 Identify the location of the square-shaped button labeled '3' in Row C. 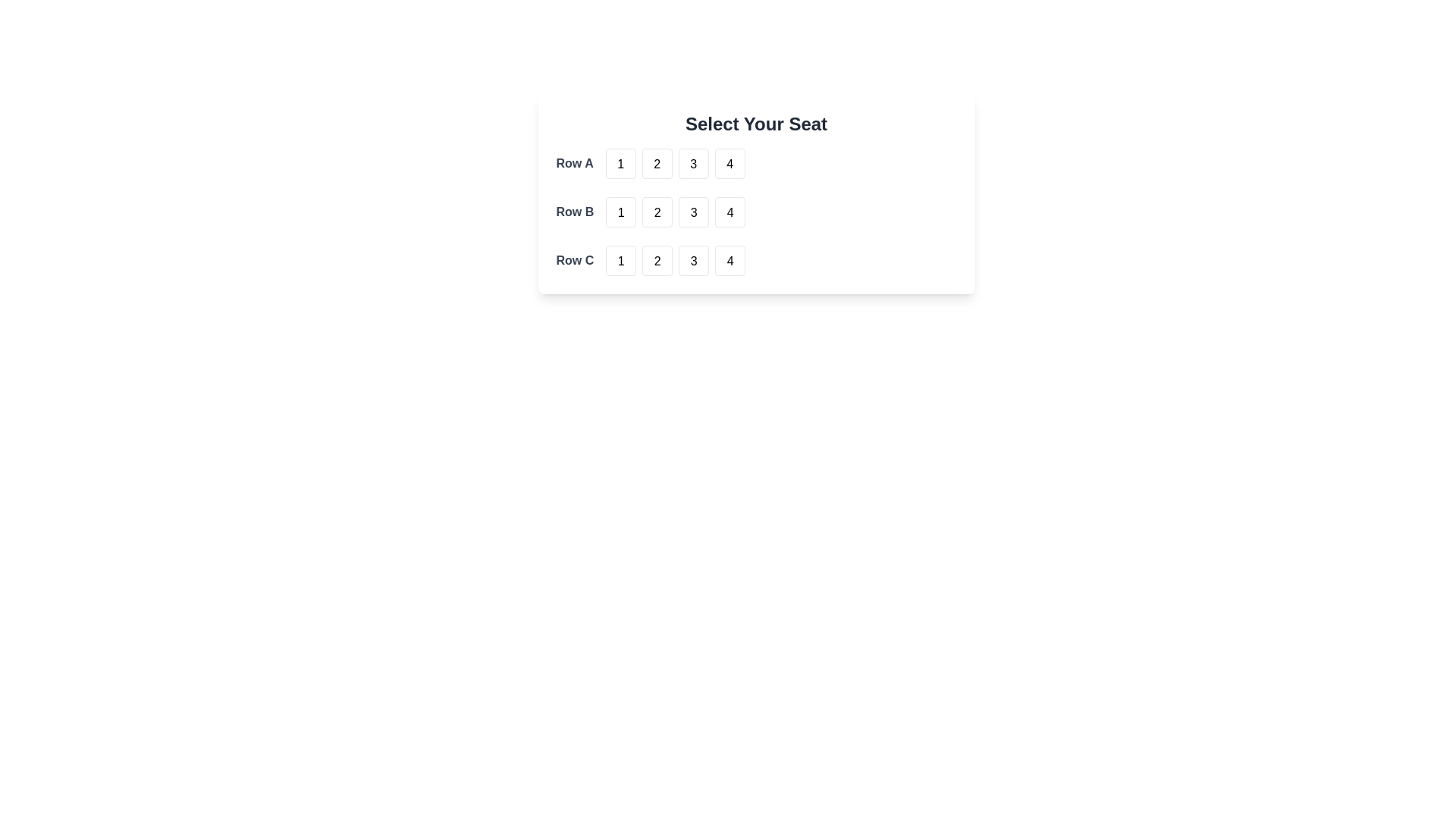
(693, 259).